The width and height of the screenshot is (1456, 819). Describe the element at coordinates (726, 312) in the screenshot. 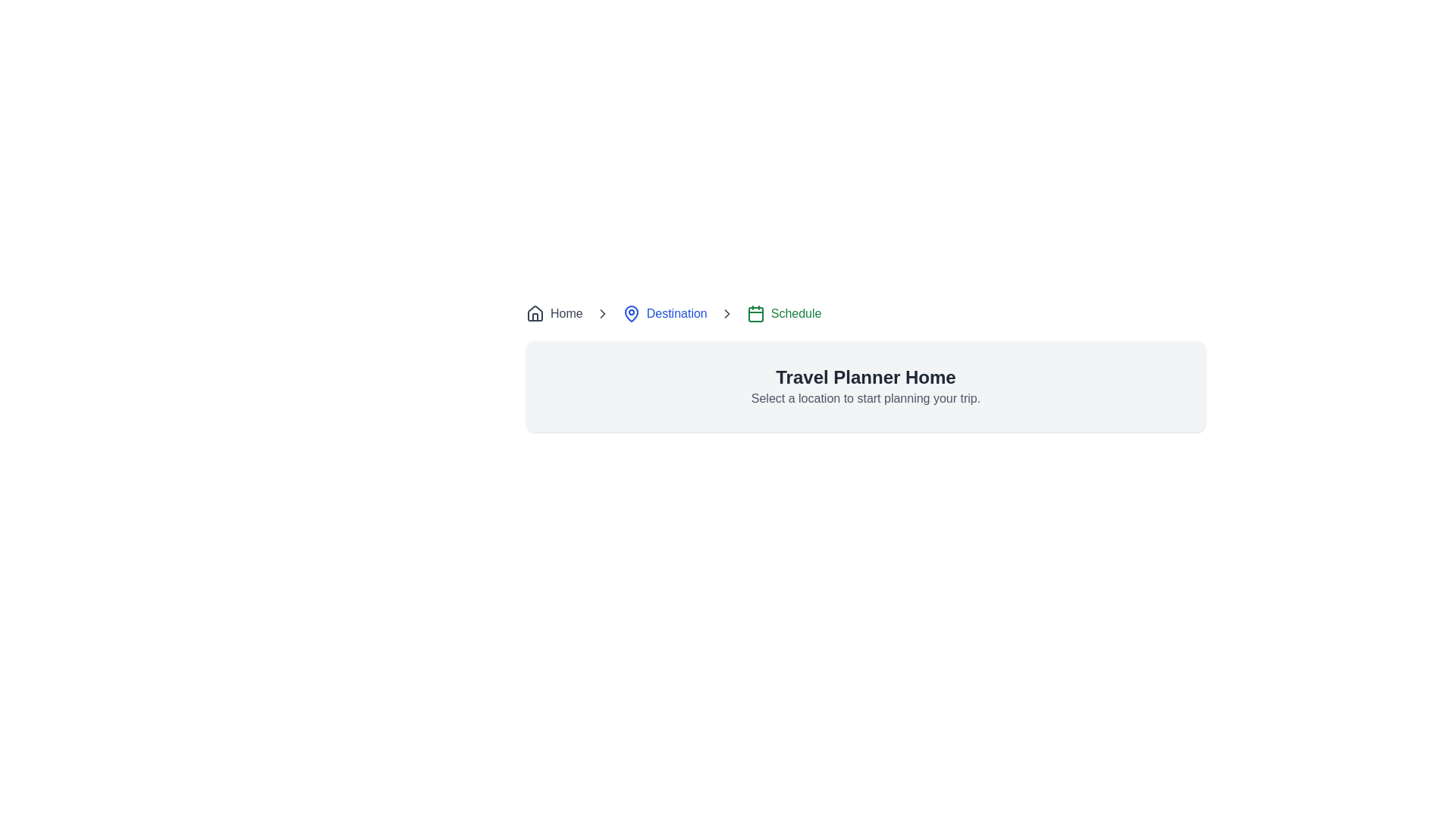

I see `the third chevron icon in the breadcrumb navigation bar located between 'Destination' and 'Schedule'` at that location.